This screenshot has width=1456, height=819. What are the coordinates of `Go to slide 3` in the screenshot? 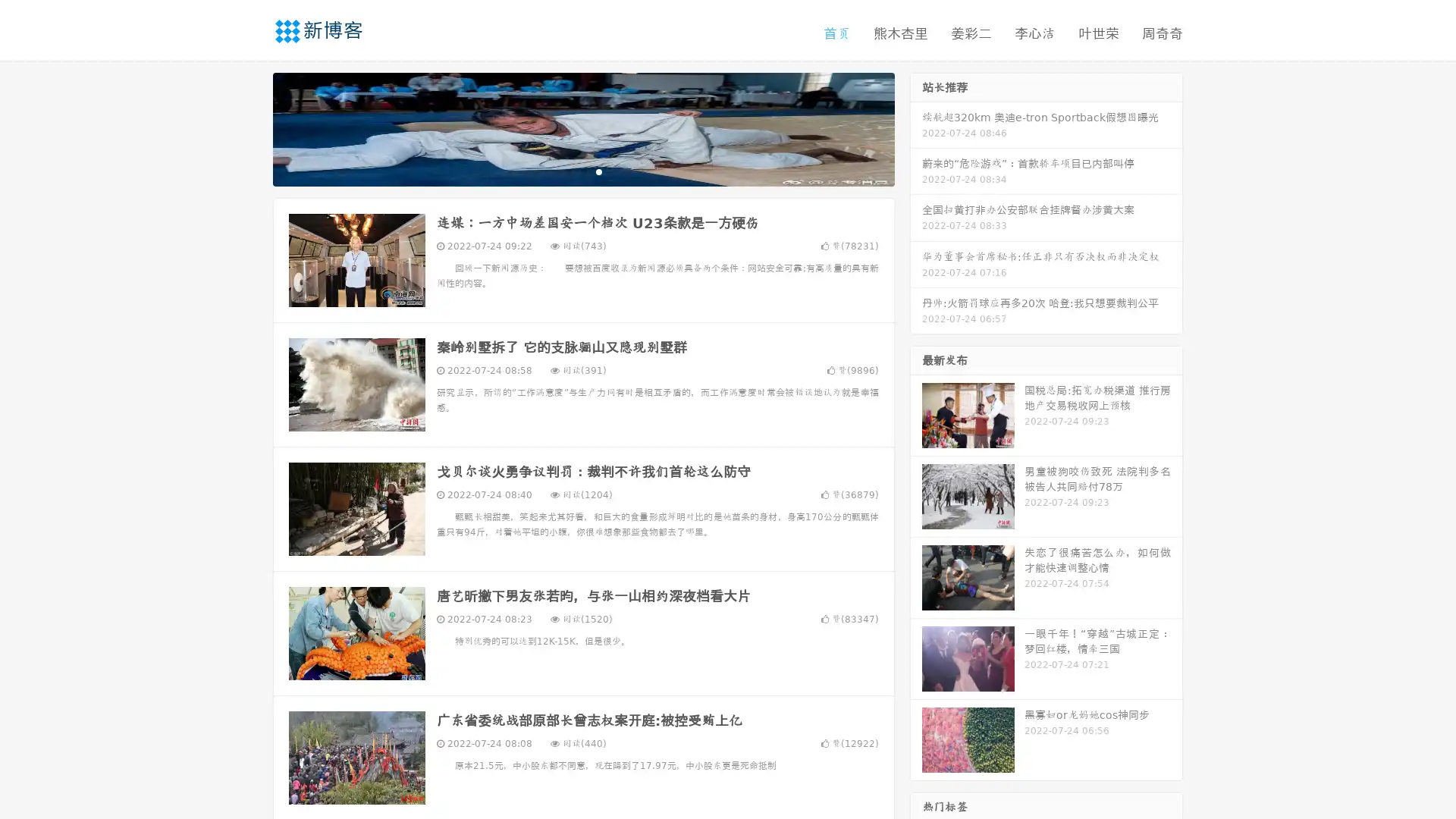 It's located at (598, 171).